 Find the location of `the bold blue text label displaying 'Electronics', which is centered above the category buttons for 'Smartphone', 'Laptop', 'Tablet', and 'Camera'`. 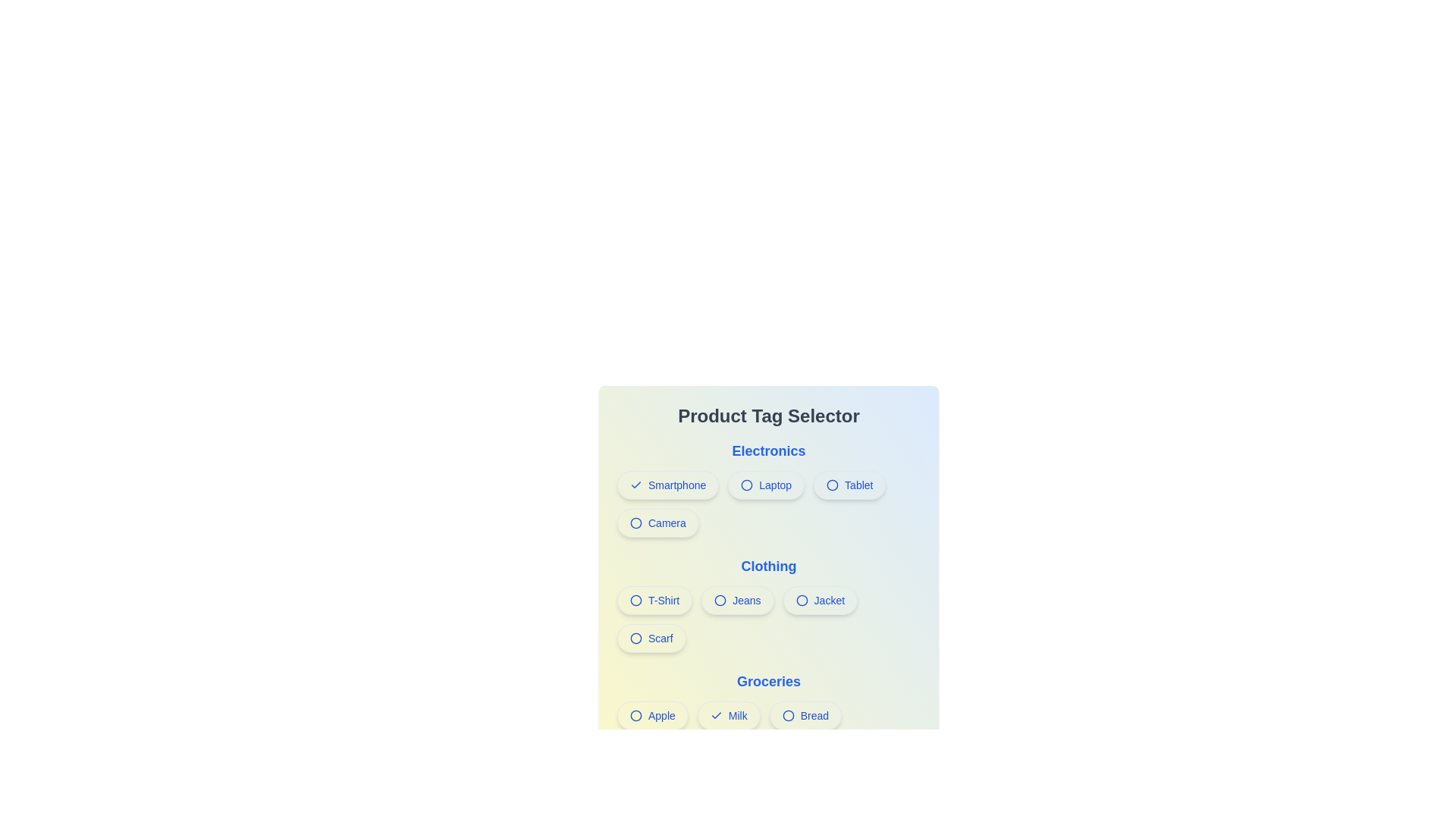

the bold blue text label displaying 'Electronics', which is centered above the category buttons for 'Smartphone', 'Laptop', 'Tablet', and 'Camera' is located at coordinates (768, 450).